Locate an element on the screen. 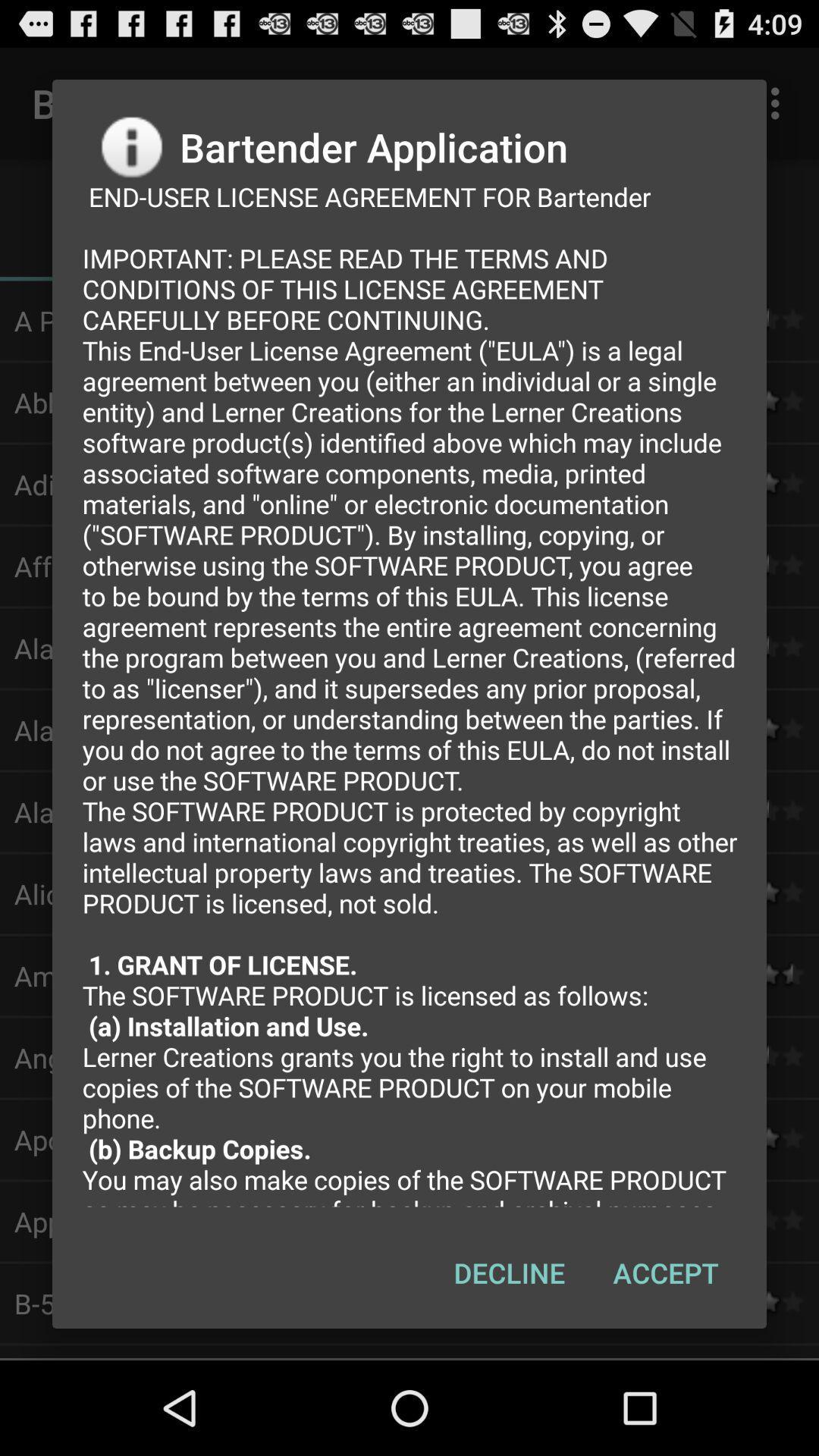  decline item is located at coordinates (509, 1272).